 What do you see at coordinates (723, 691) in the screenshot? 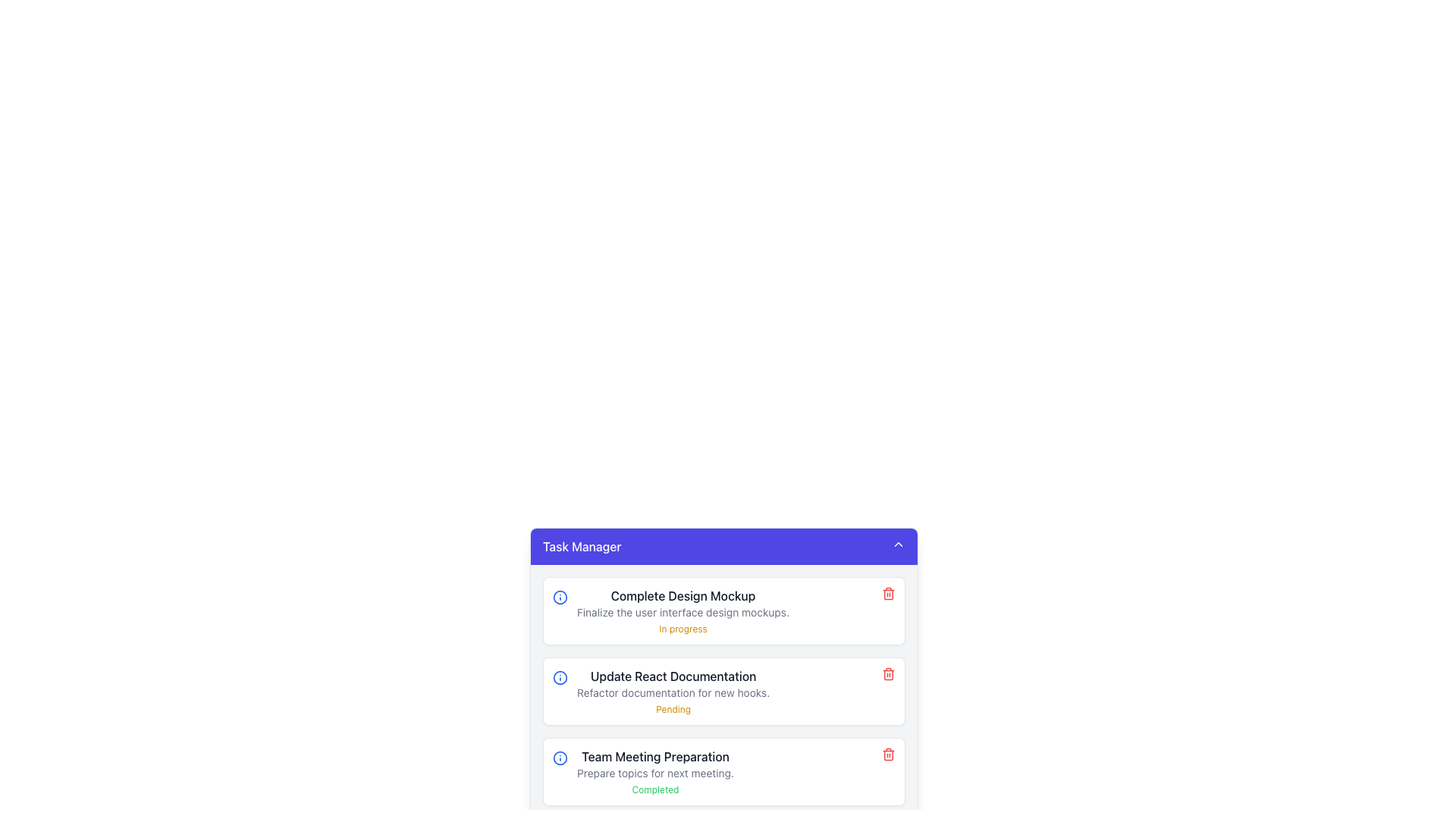
I see `the status label of the second task card in the task manager application, which is located between the 'Complete Design Mockup' and 'Team Meeting Preparation' cards` at bounding box center [723, 691].